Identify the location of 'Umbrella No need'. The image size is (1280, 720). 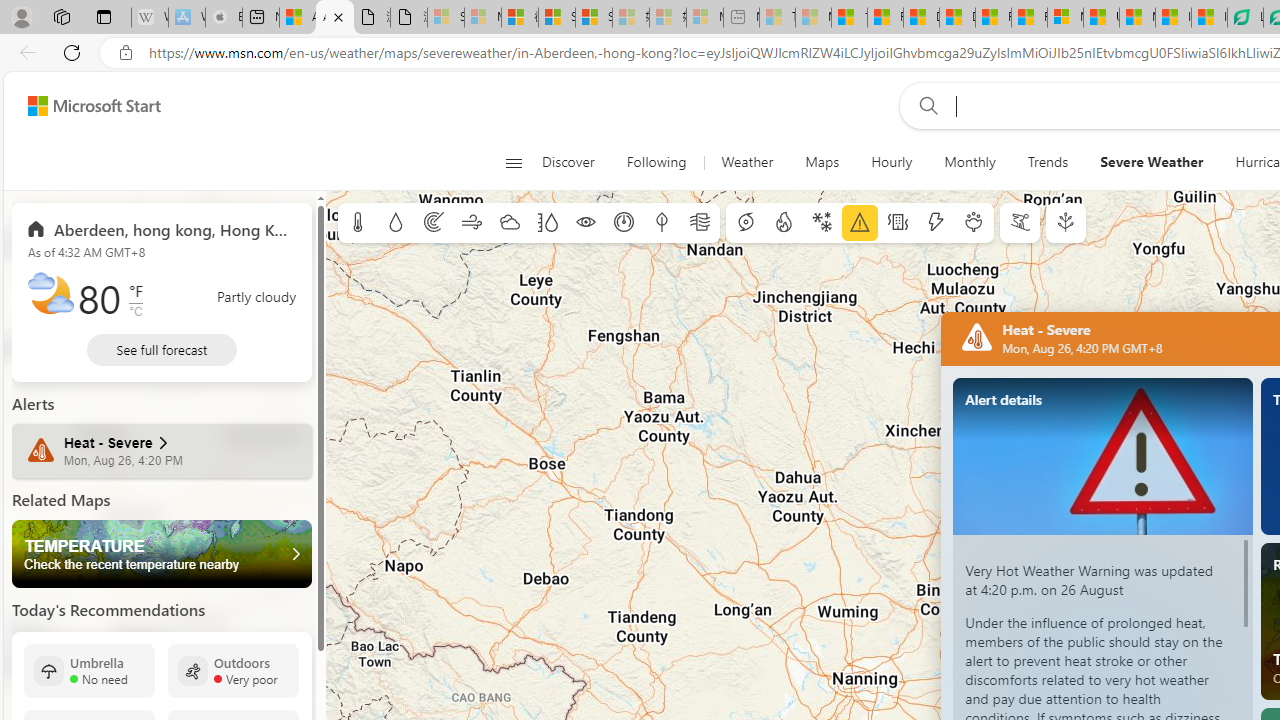
(88, 670).